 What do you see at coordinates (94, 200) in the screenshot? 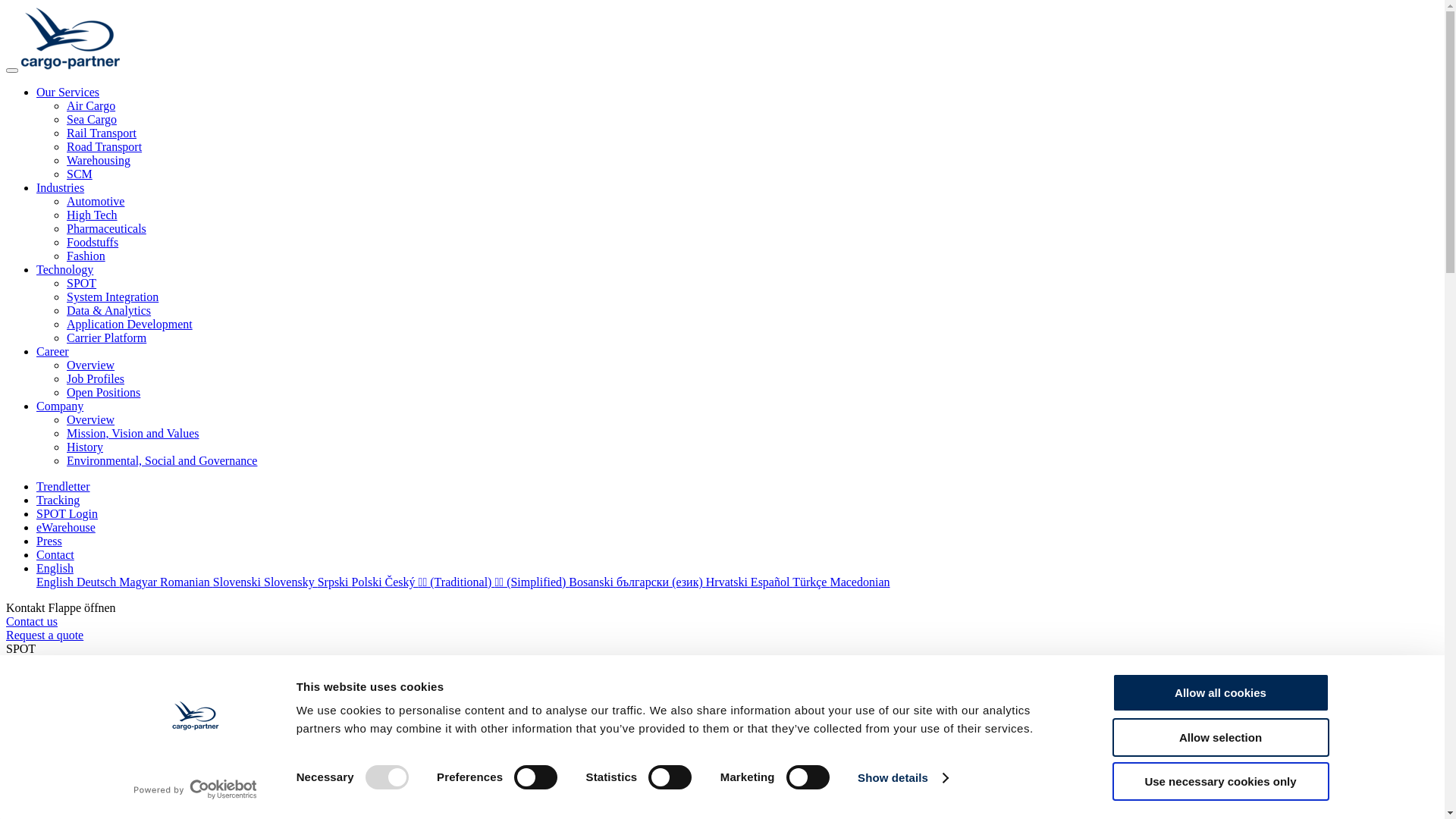
I see `'Automotive'` at bounding box center [94, 200].